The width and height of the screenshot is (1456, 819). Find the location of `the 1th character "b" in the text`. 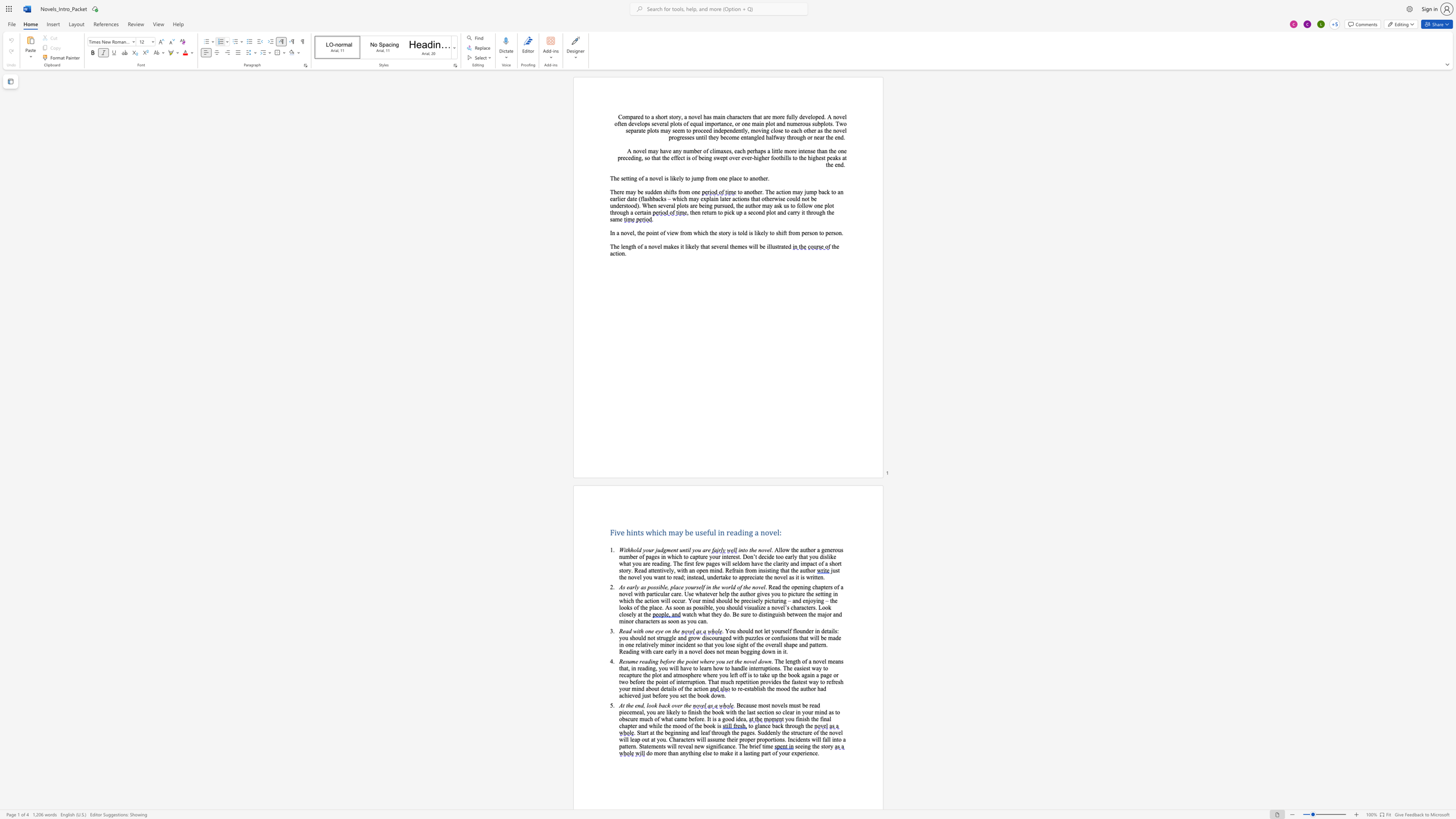

the 1th character "b" in the text is located at coordinates (660, 705).